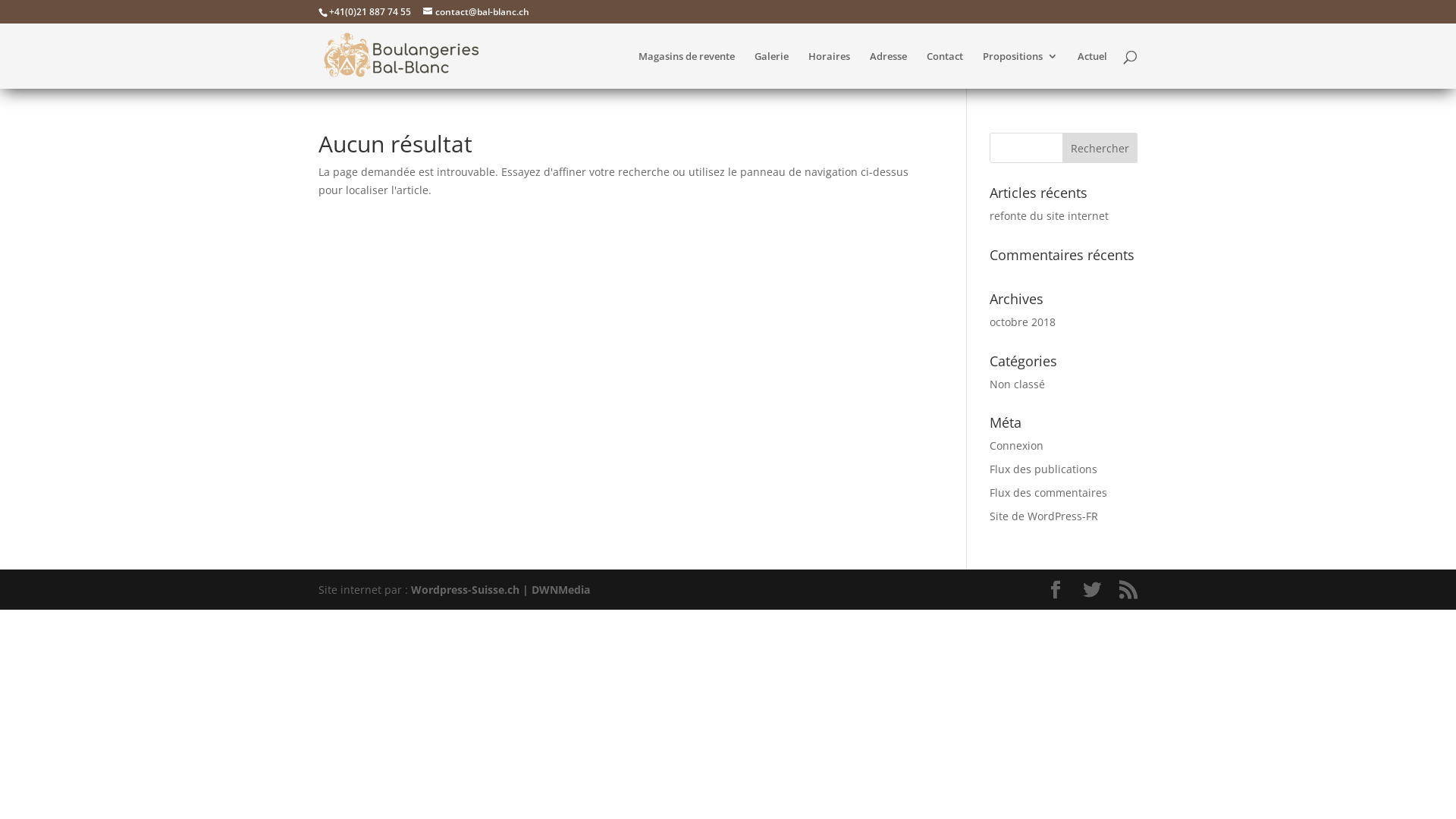  I want to click on 'Actuel', so click(1092, 70).